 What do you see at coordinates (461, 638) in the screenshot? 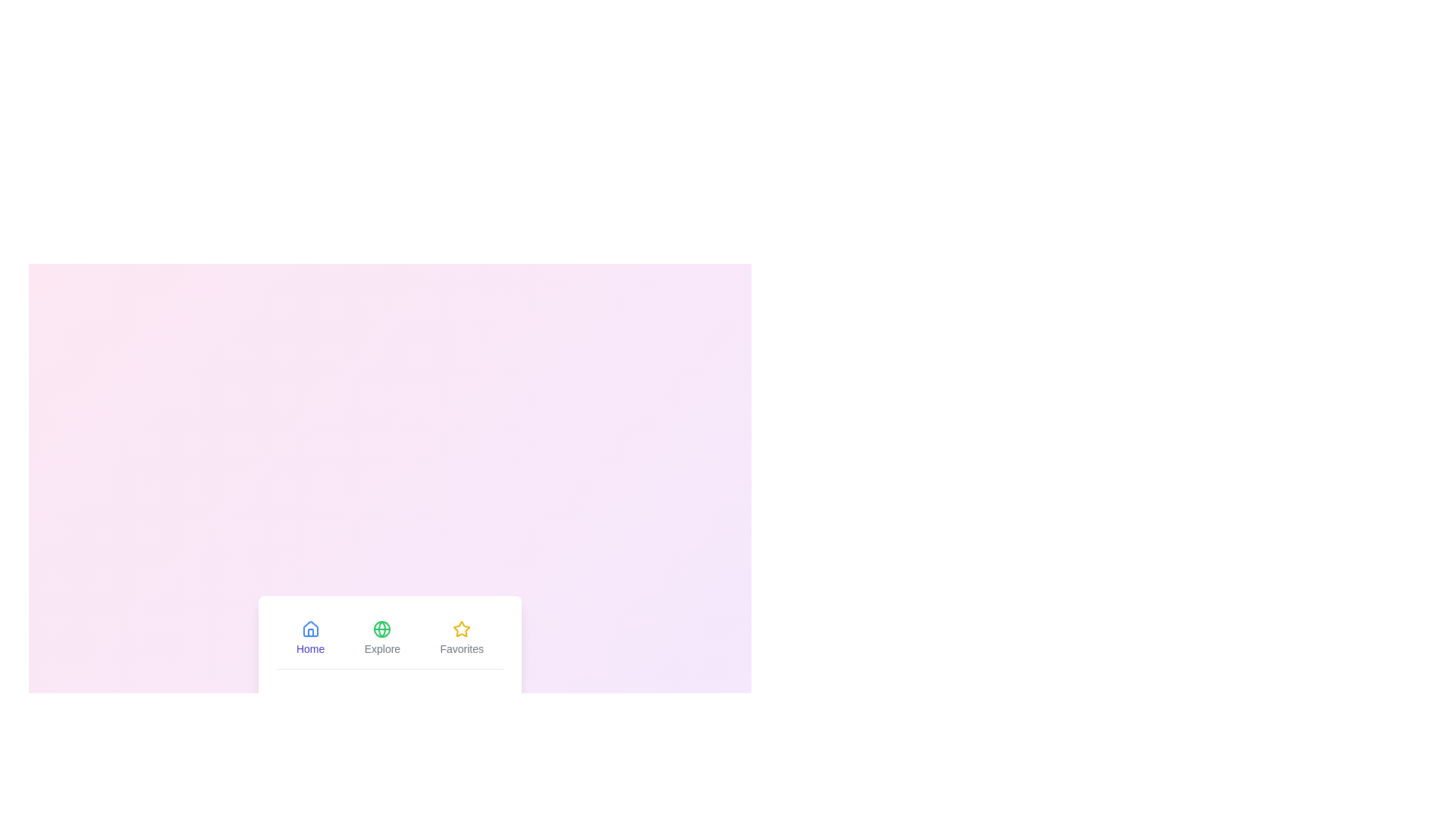
I see `the Favorites tab to switch to it` at bounding box center [461, 638].